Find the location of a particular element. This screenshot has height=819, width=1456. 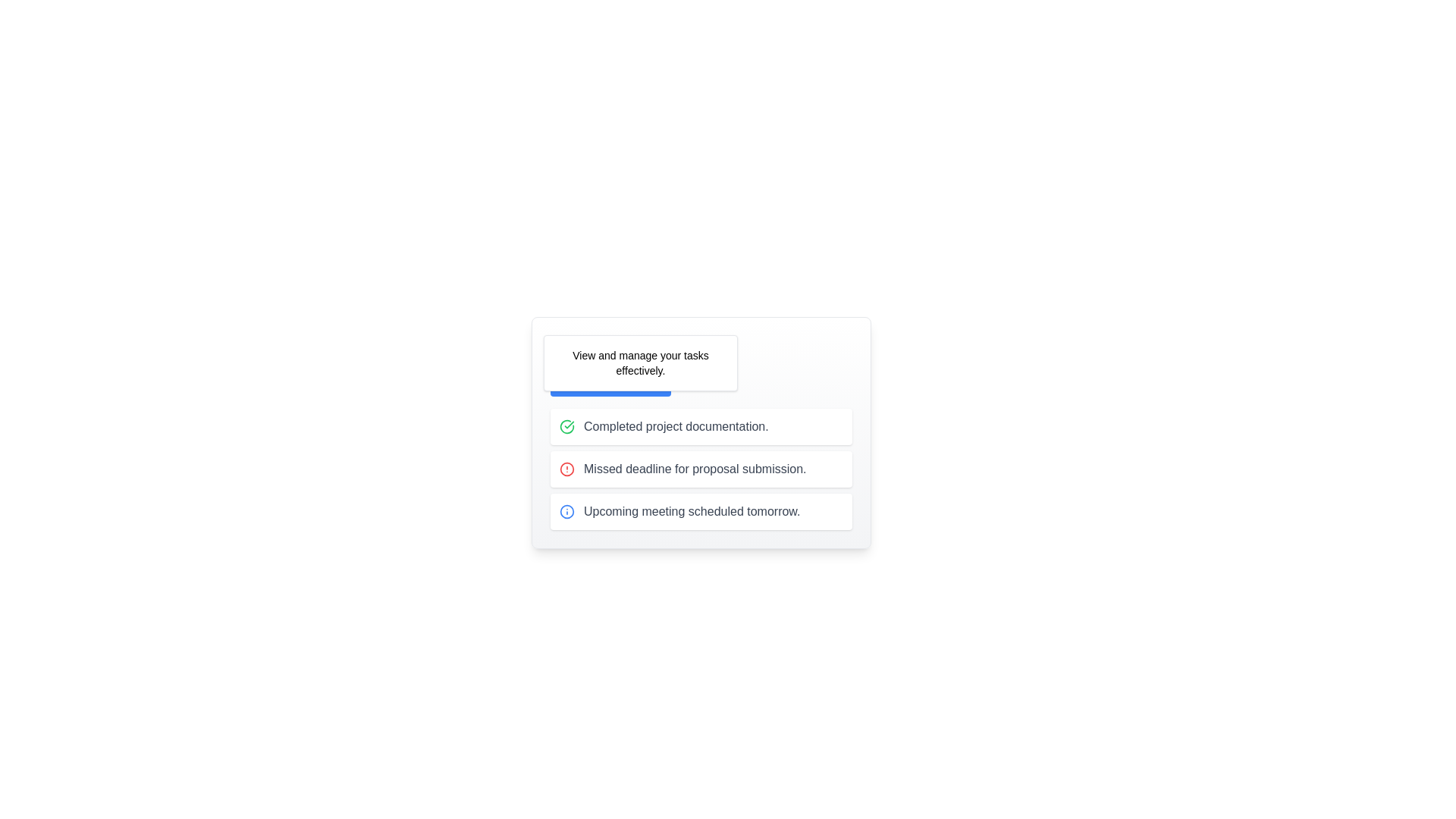

the SVG Circle Element that represents a part of a warning or alert icon, located to the left of the text 'Missed deadline for proposal submission' is located at coordinates (566, 468).